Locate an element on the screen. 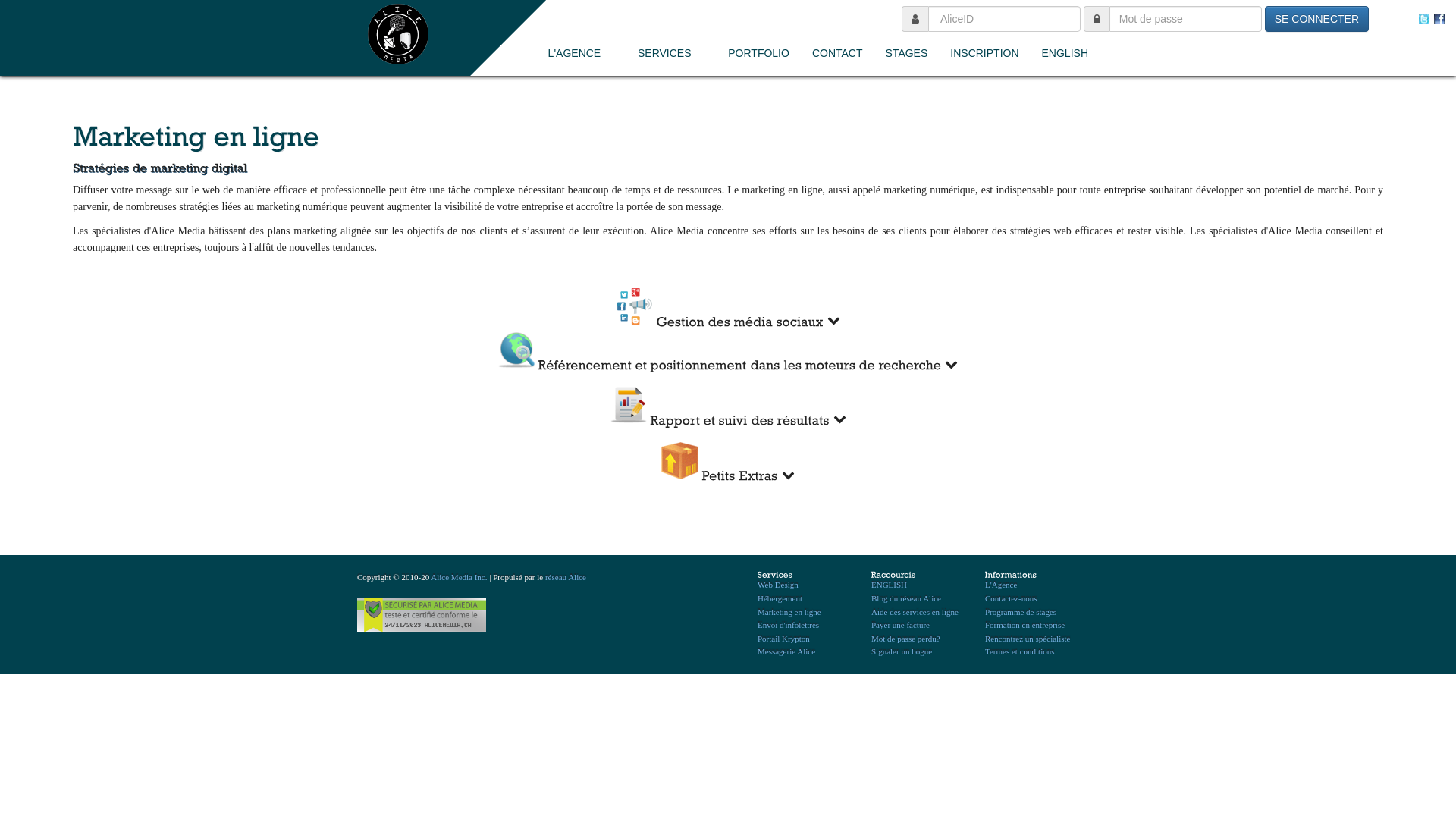 Image resolution: width=1456 pixels, height=819 pixels. 'INSCRIPTION' is located at coordinates (984, 52).